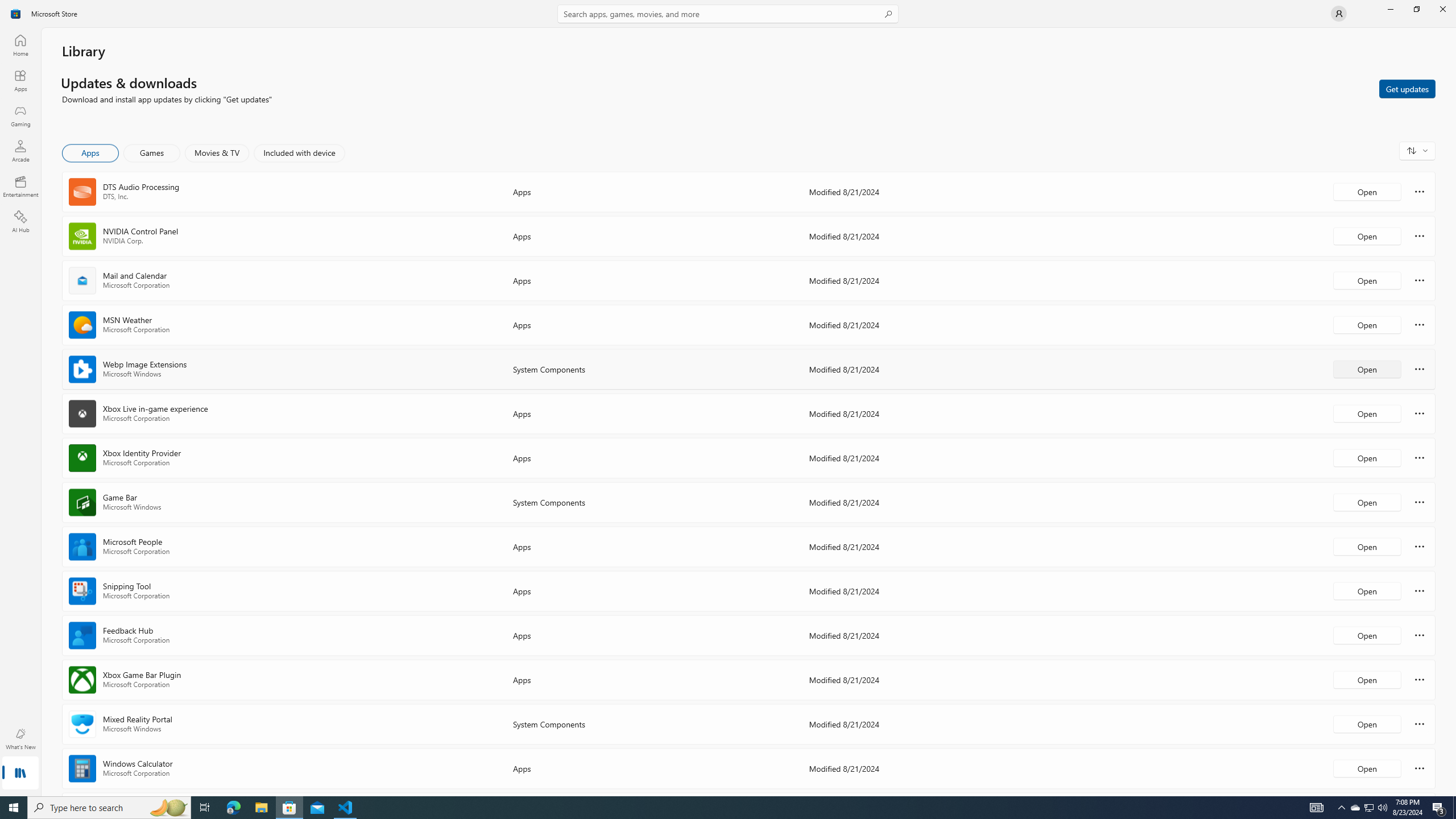  Describe the element at coordinates (299, 152) in the screenshot. I see `'Included with device'` at that location.